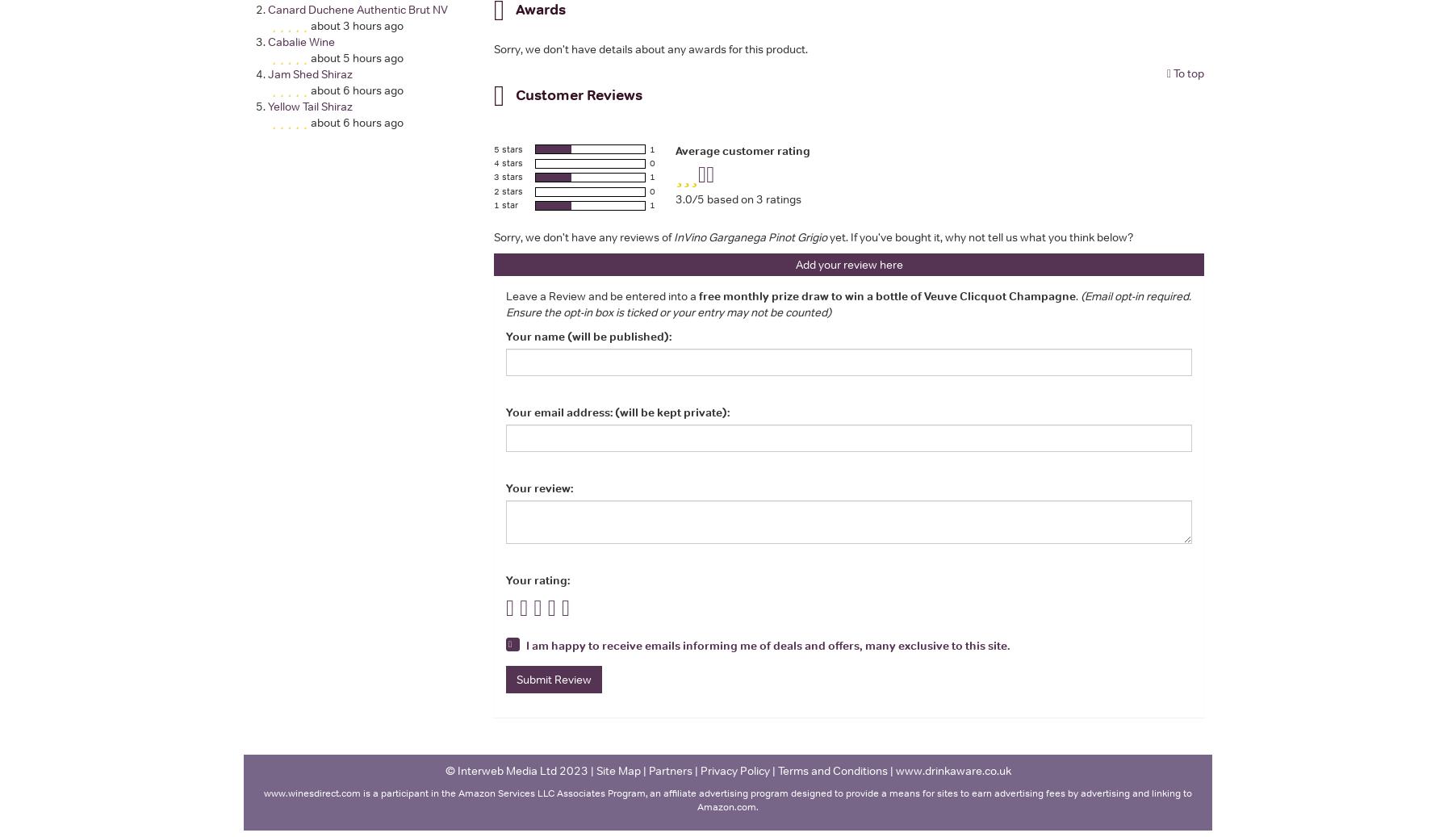 The image size is (1456, 837). I want to click on '1 star', so click(505, 203).